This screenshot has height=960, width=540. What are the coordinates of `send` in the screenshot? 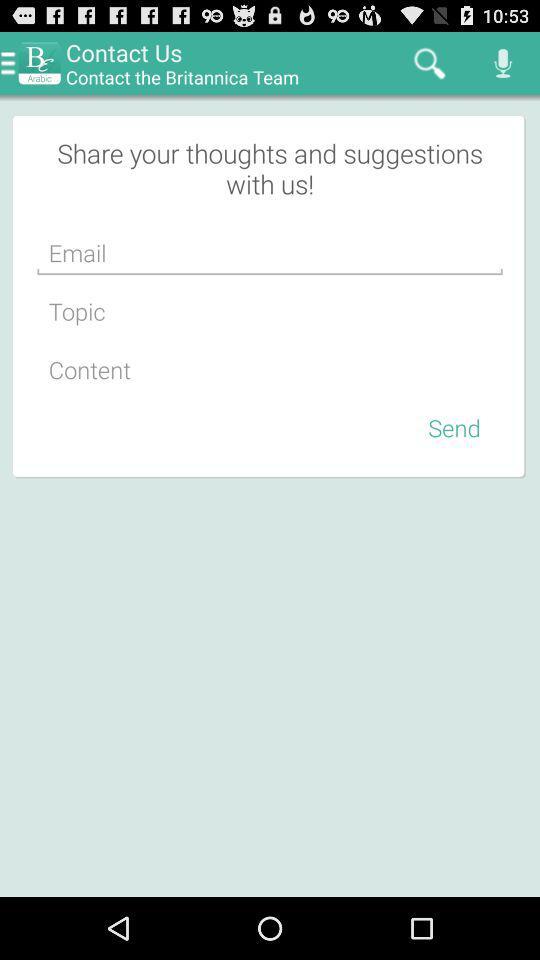 It's located at (454, 427).